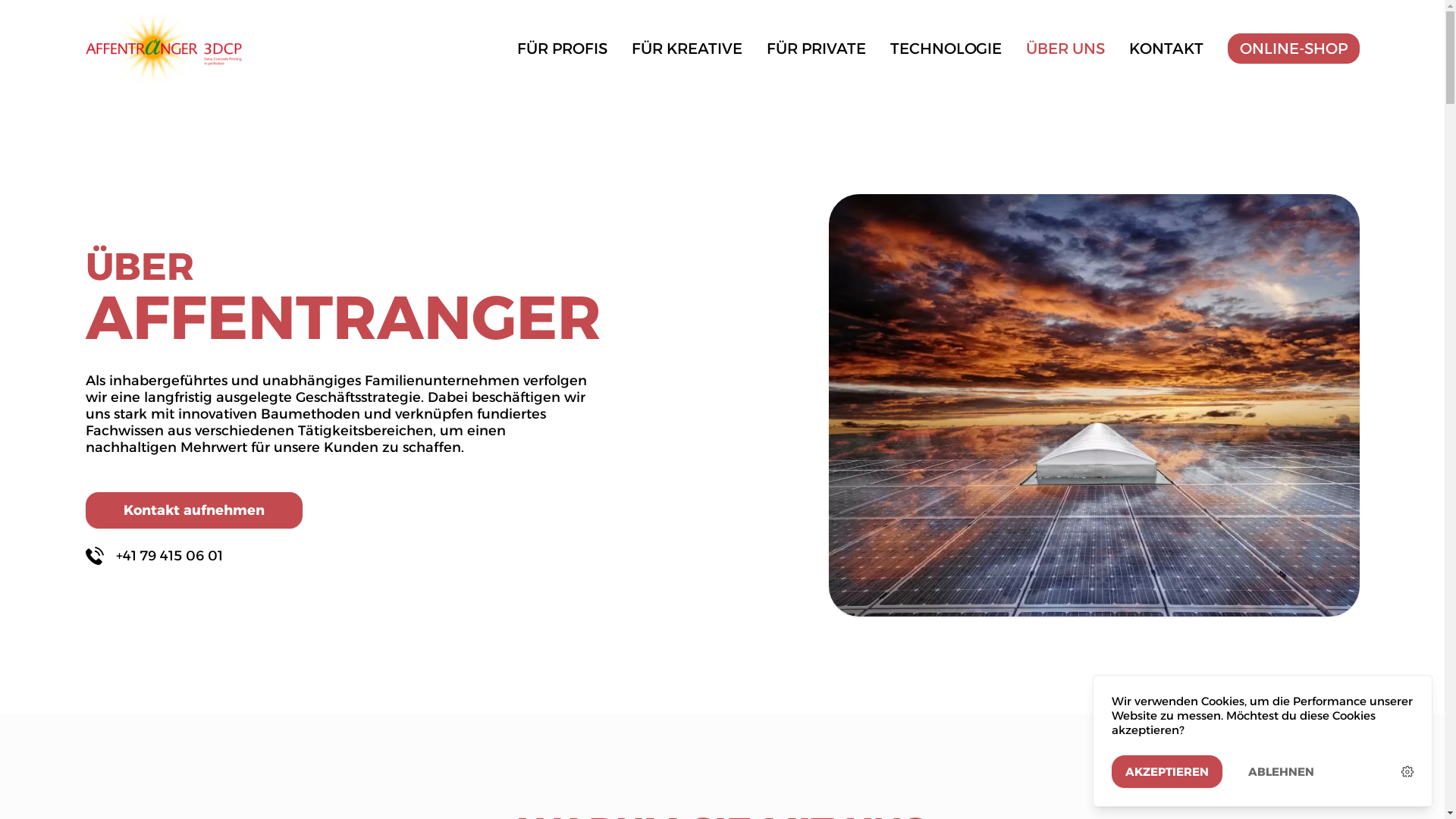 The image size is (1456, 819). Describe the element at coordinates (1280, 771) in the screenshot. I see `'ABLEHNEN'` at that location.